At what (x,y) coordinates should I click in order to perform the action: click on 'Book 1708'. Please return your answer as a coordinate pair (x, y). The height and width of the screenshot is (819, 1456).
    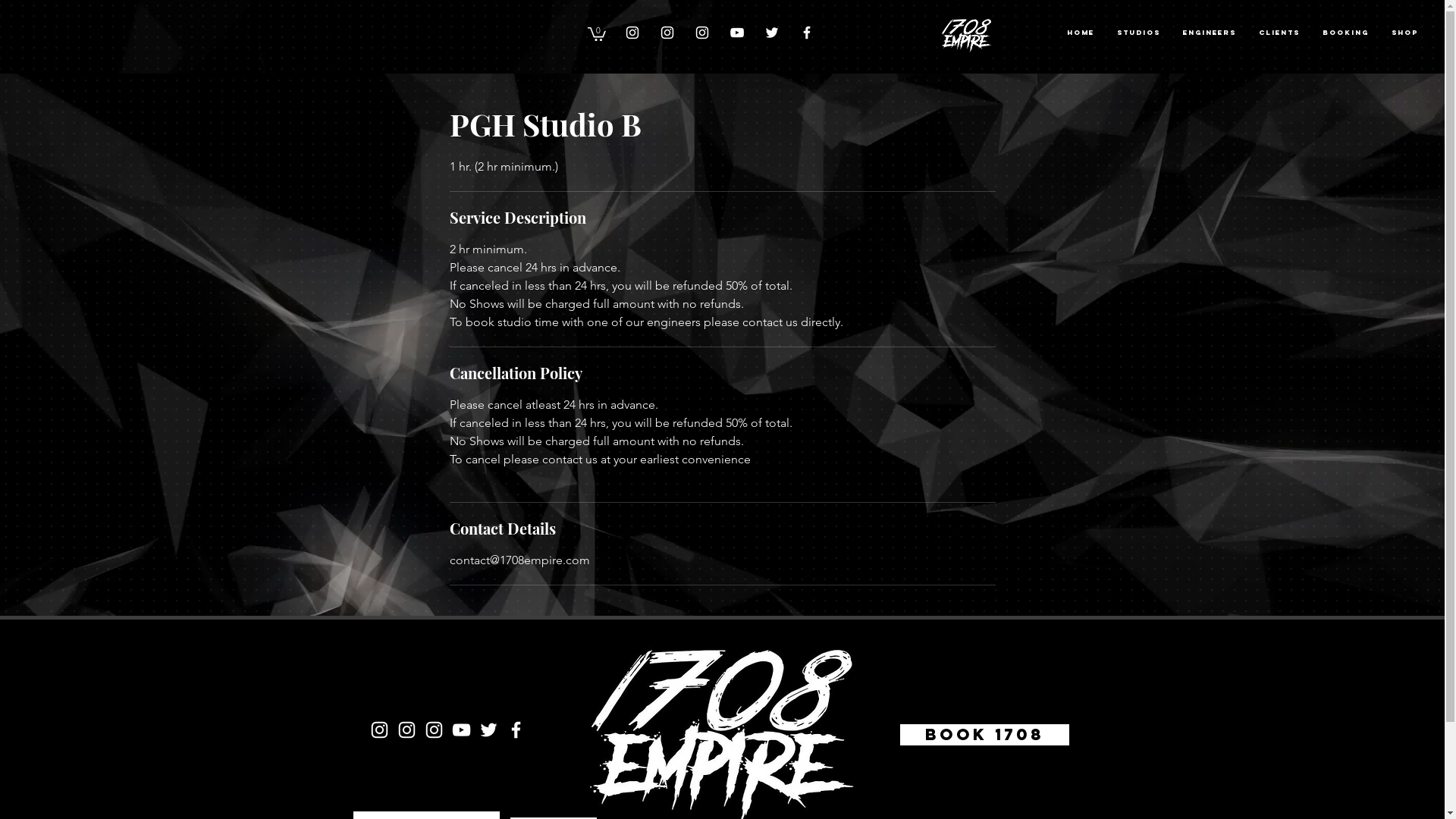
    Looking at the image, I should click on (895, 733).